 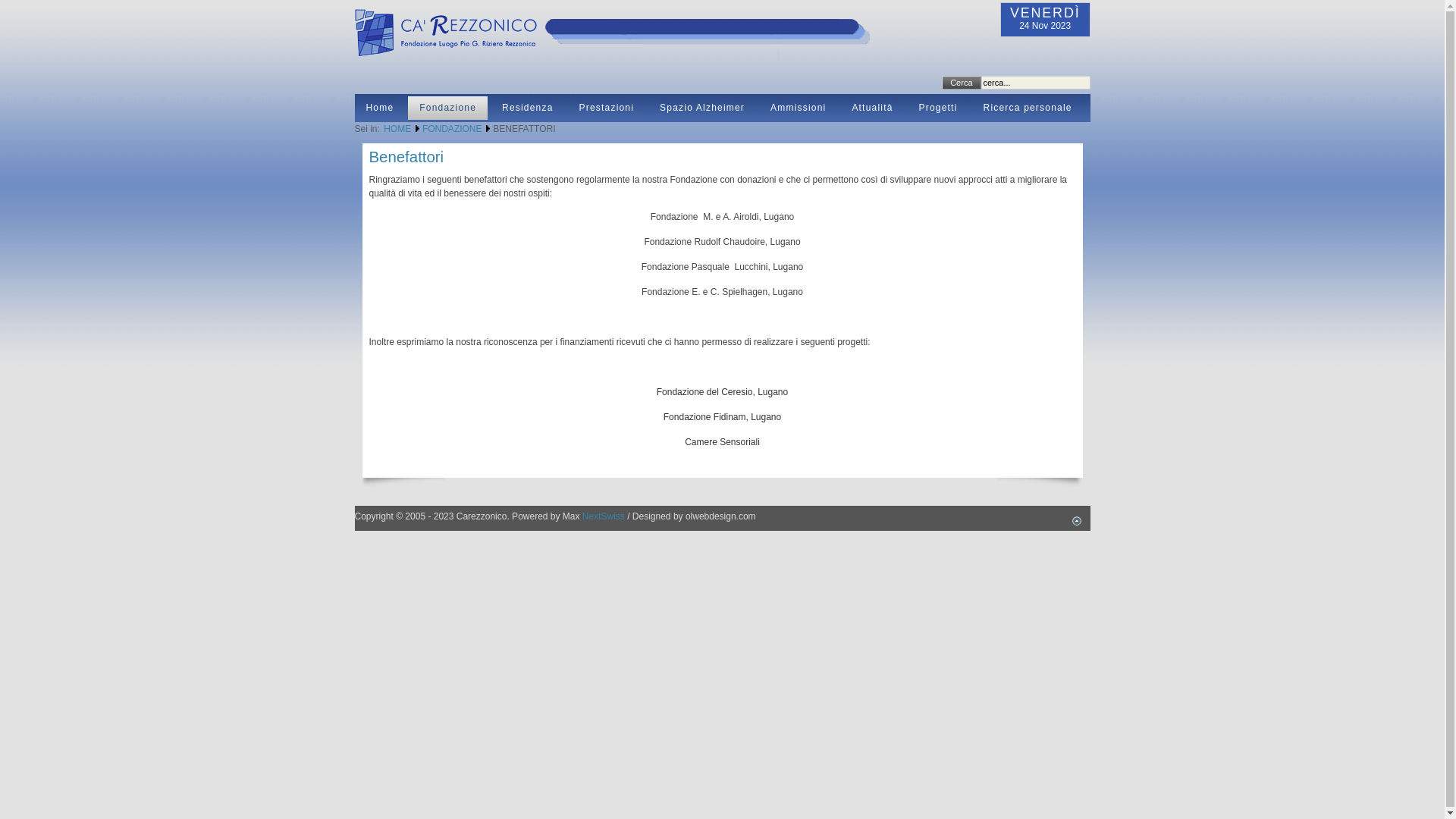 I want to click on 'Ricerca personale', so click(x=1028, y=107).